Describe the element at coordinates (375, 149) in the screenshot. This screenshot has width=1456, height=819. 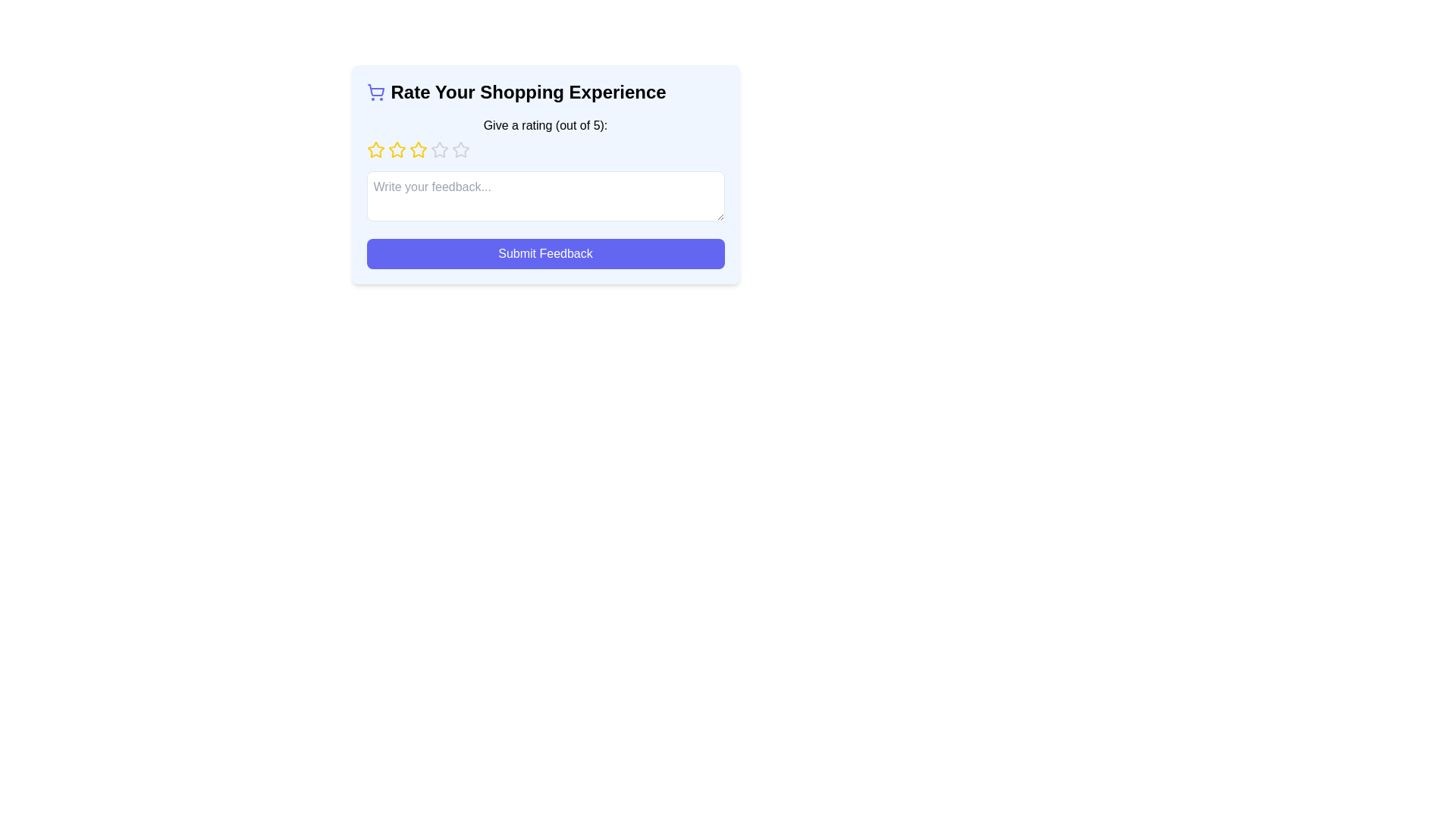
I see `the first yellow star icon in the rating section, which is highlighted, to emphasize it for user interaction` at that location.